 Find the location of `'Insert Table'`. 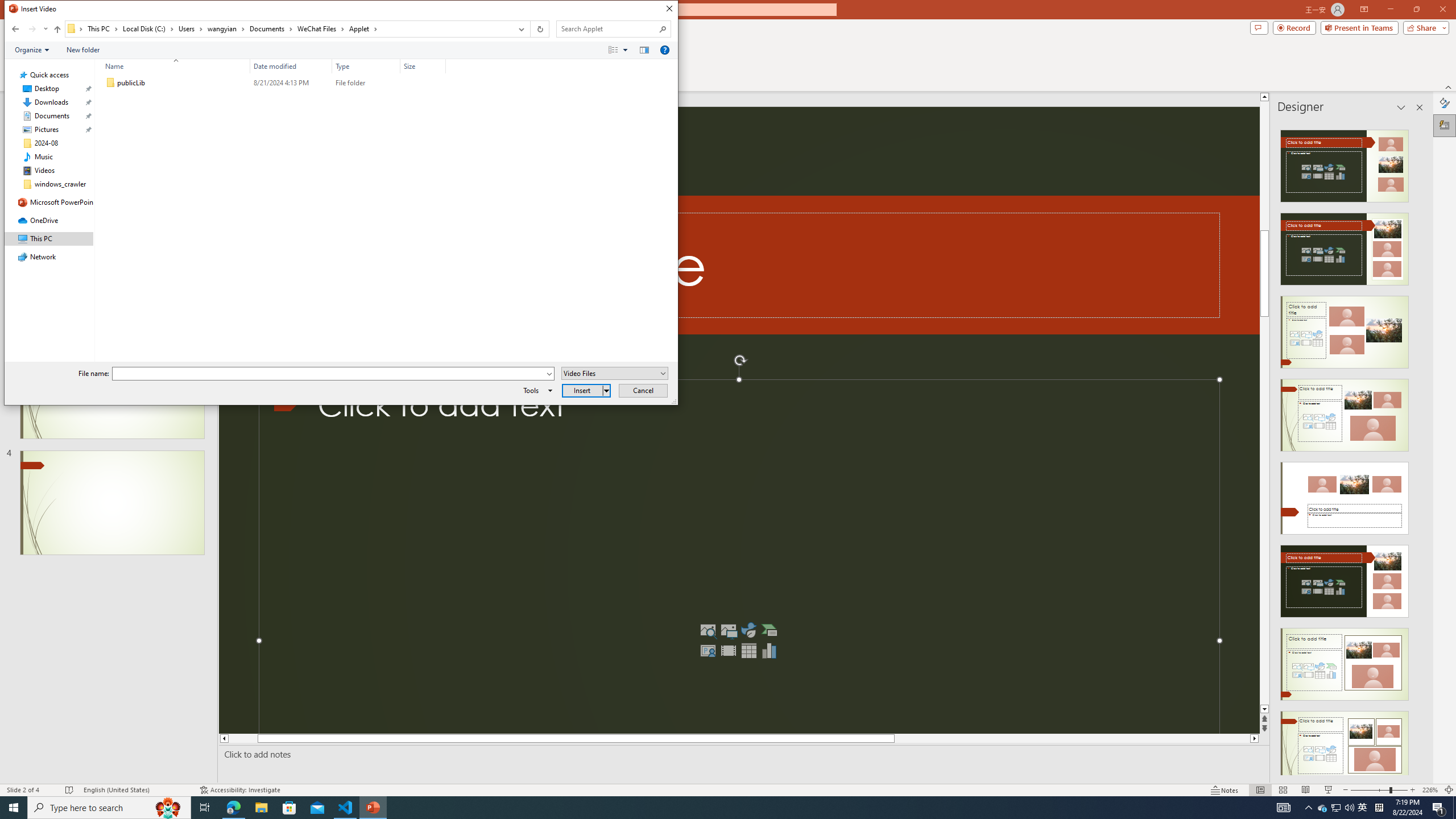

'Insert Table' is located at coordinates (748, 651).